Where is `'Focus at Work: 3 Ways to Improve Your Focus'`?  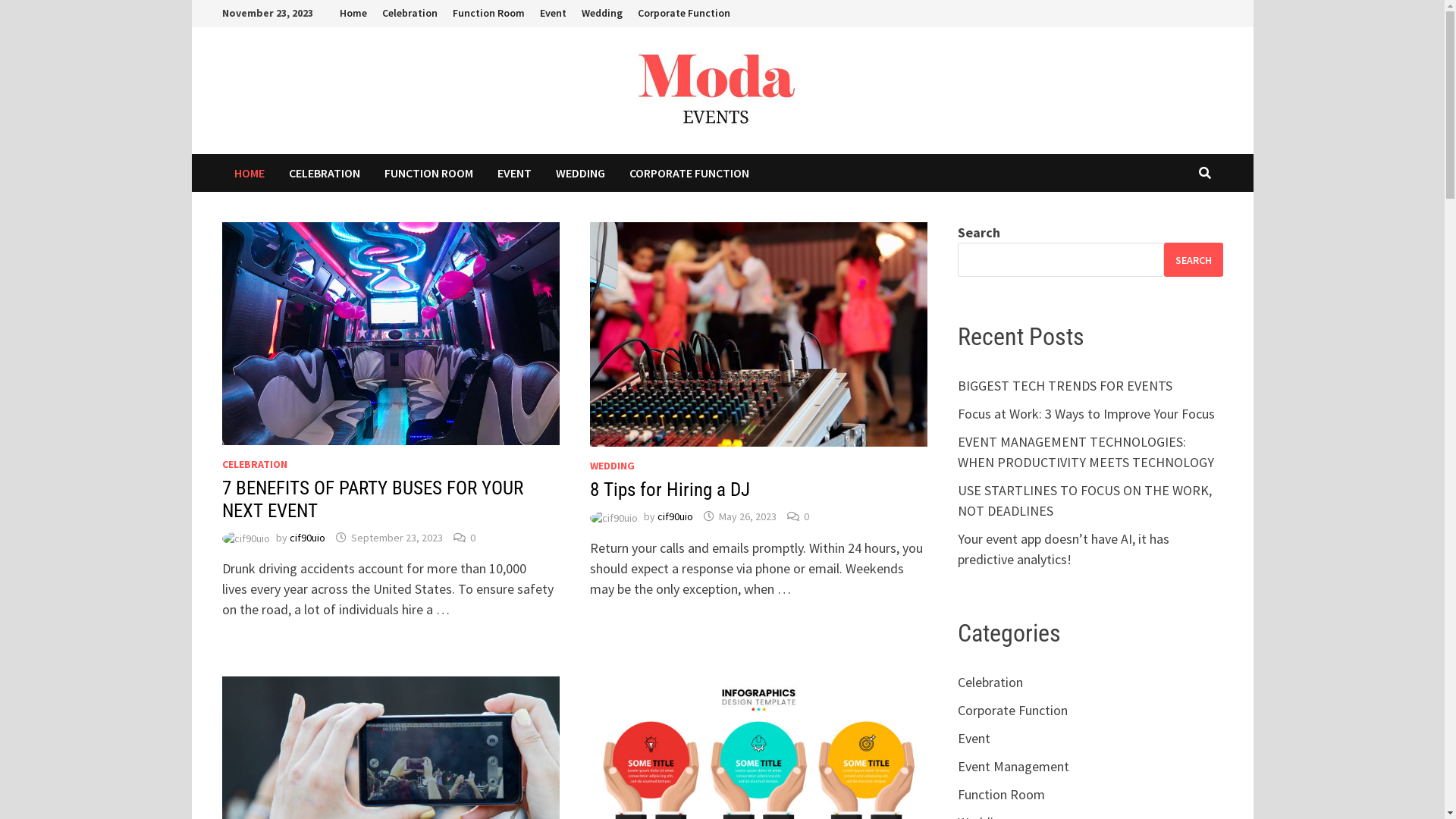
'Focus at Work: 3 Ways to Improve Your Focus' is located at coordinates (1085, 413).